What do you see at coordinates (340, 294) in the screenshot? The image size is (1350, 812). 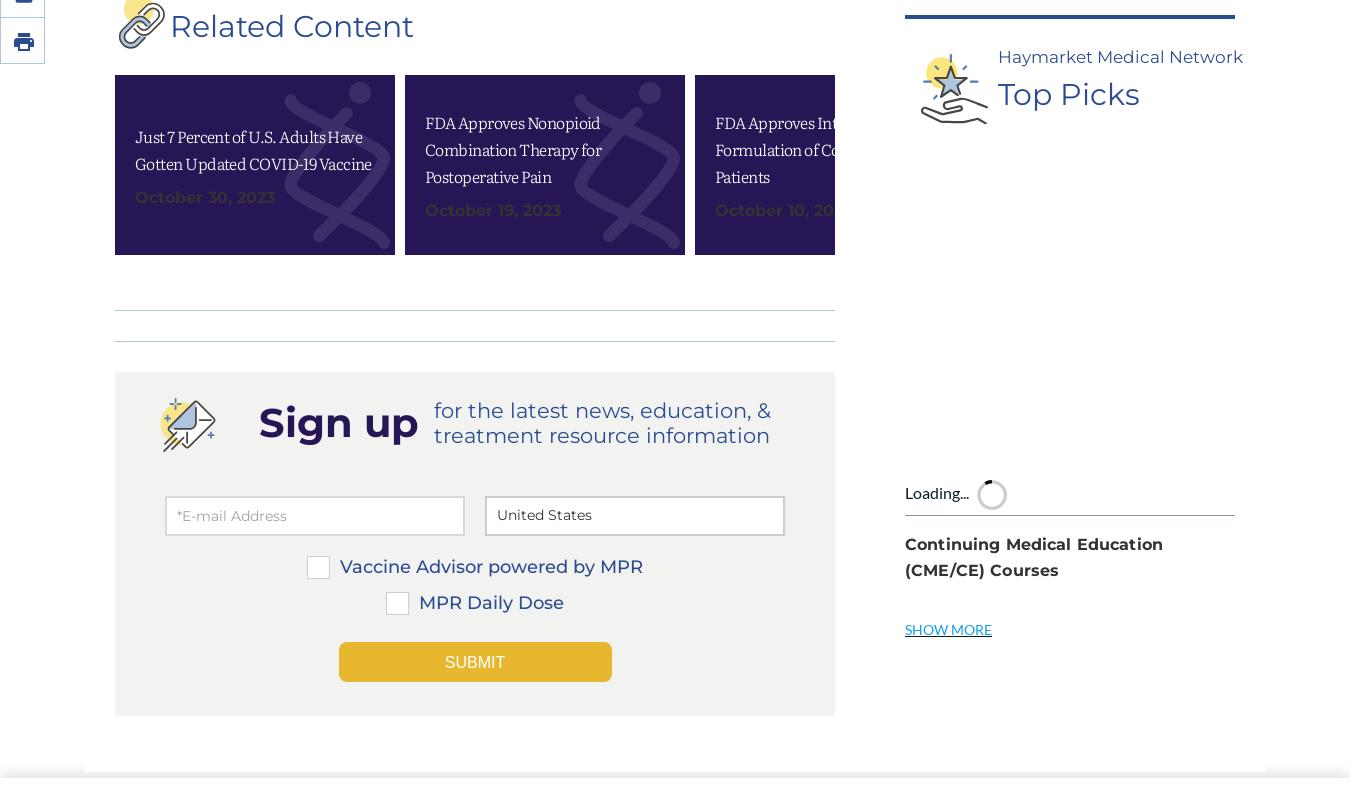 I see `'Vaccine Advisor powered by MPR'` at bounding box center [340, 294].